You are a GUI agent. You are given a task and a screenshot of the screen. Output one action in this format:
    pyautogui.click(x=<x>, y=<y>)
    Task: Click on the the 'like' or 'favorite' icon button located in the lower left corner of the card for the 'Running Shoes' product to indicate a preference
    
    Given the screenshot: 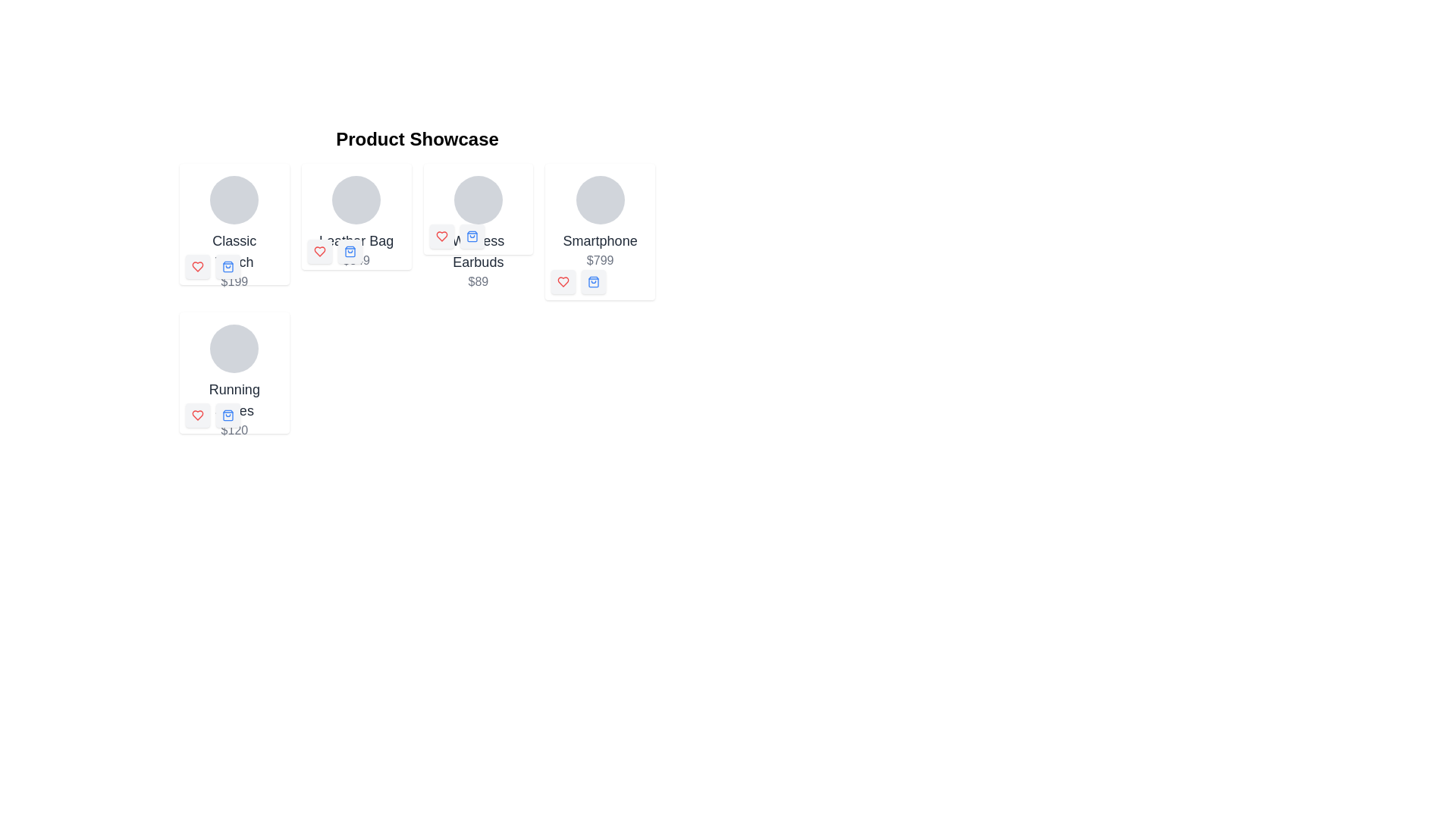 What is the action you would take?
    pyautogui.click(x=196, y=415)
    